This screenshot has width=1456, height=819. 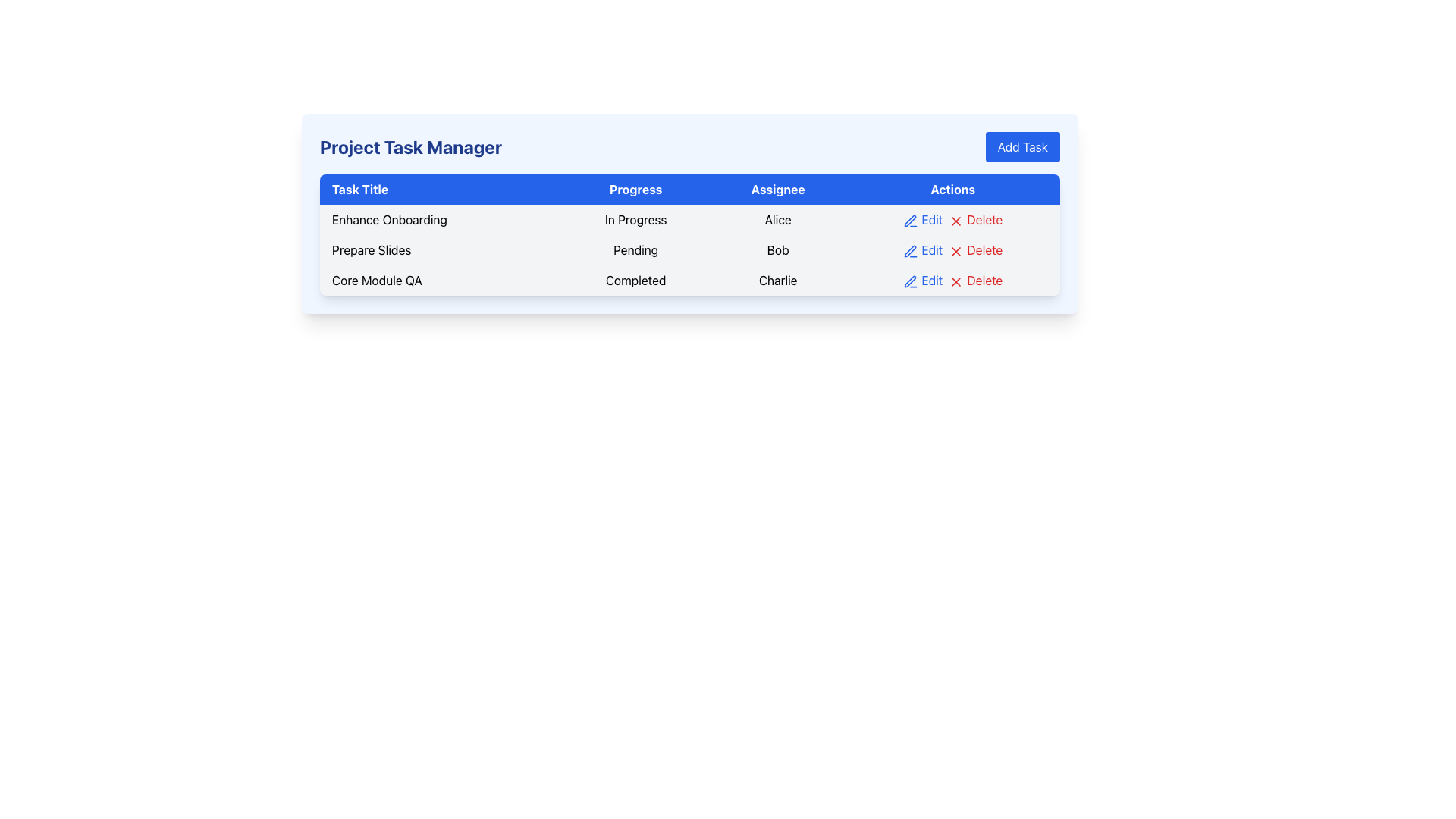 What do you see at coordinates (635, 281) in the screenshot?
I see `the 'Completed' label in the 'Progress' column of the task 'Core Module QA', located in the third row of the table` at bounding box center [635, 281].